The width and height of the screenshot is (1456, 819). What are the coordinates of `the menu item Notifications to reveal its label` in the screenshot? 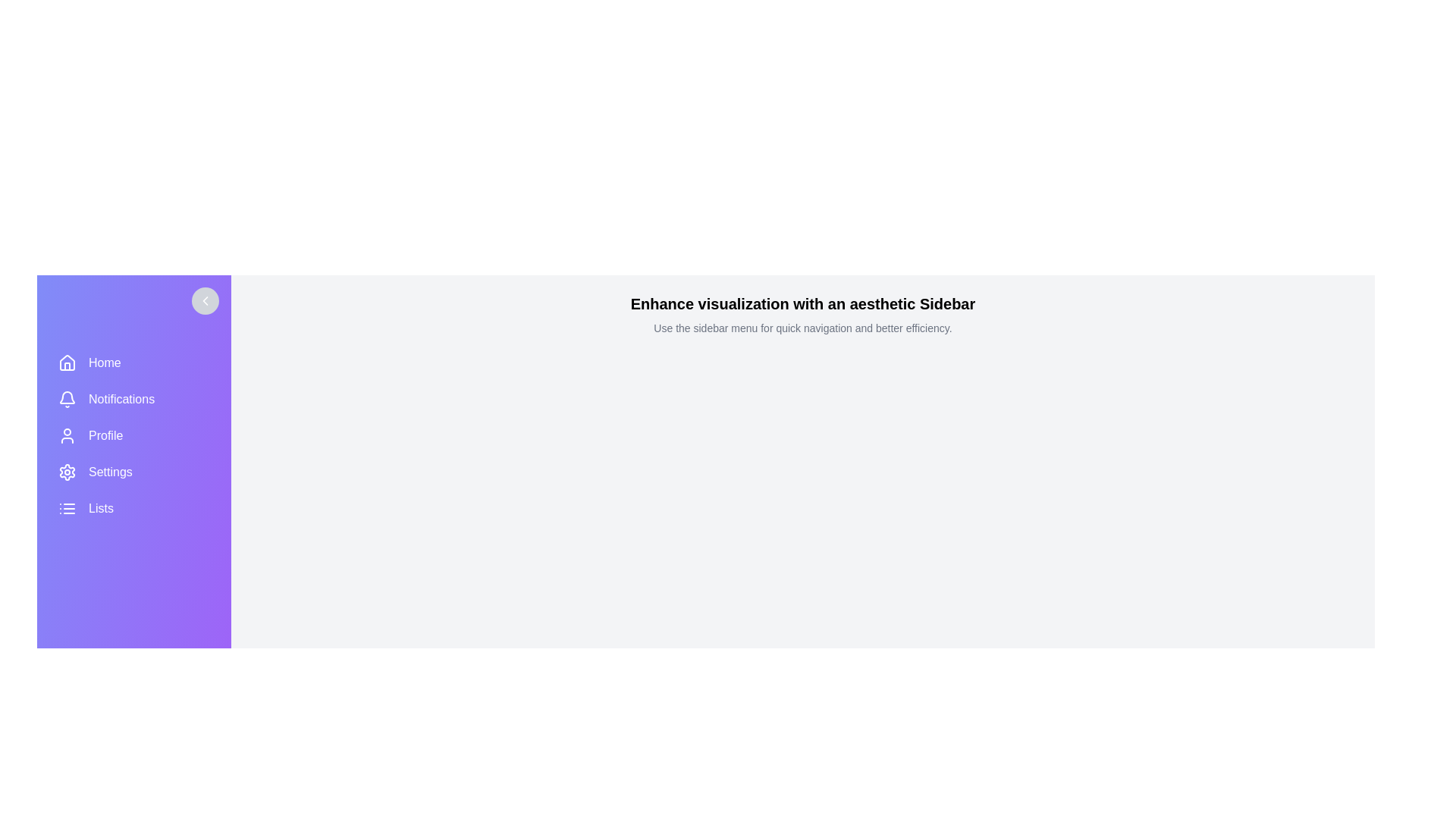 It's located at (134, 399).